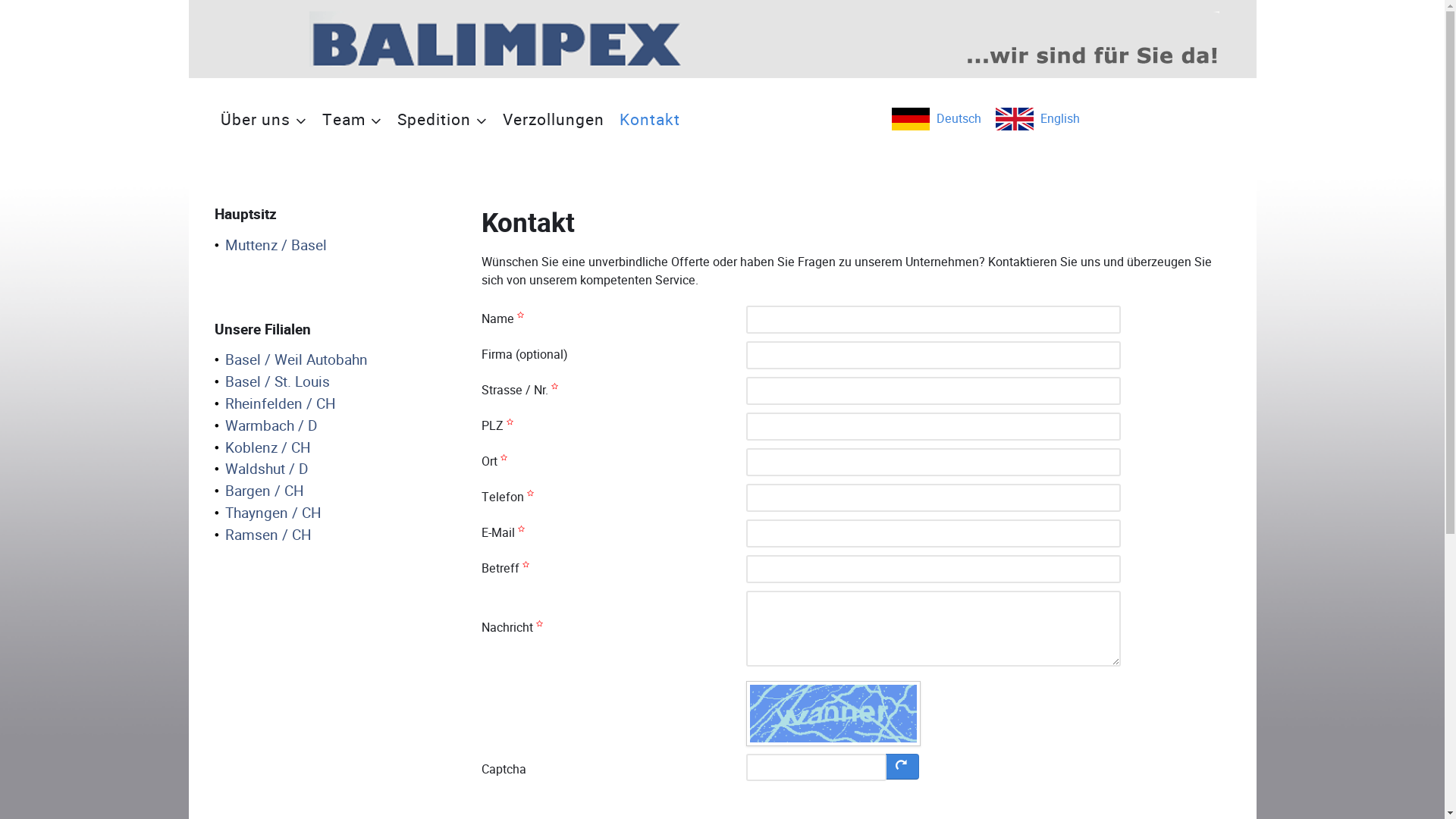  Describe the element at coordinates (391, 118) in the screenshot. I see `'Spedition'` at that location.